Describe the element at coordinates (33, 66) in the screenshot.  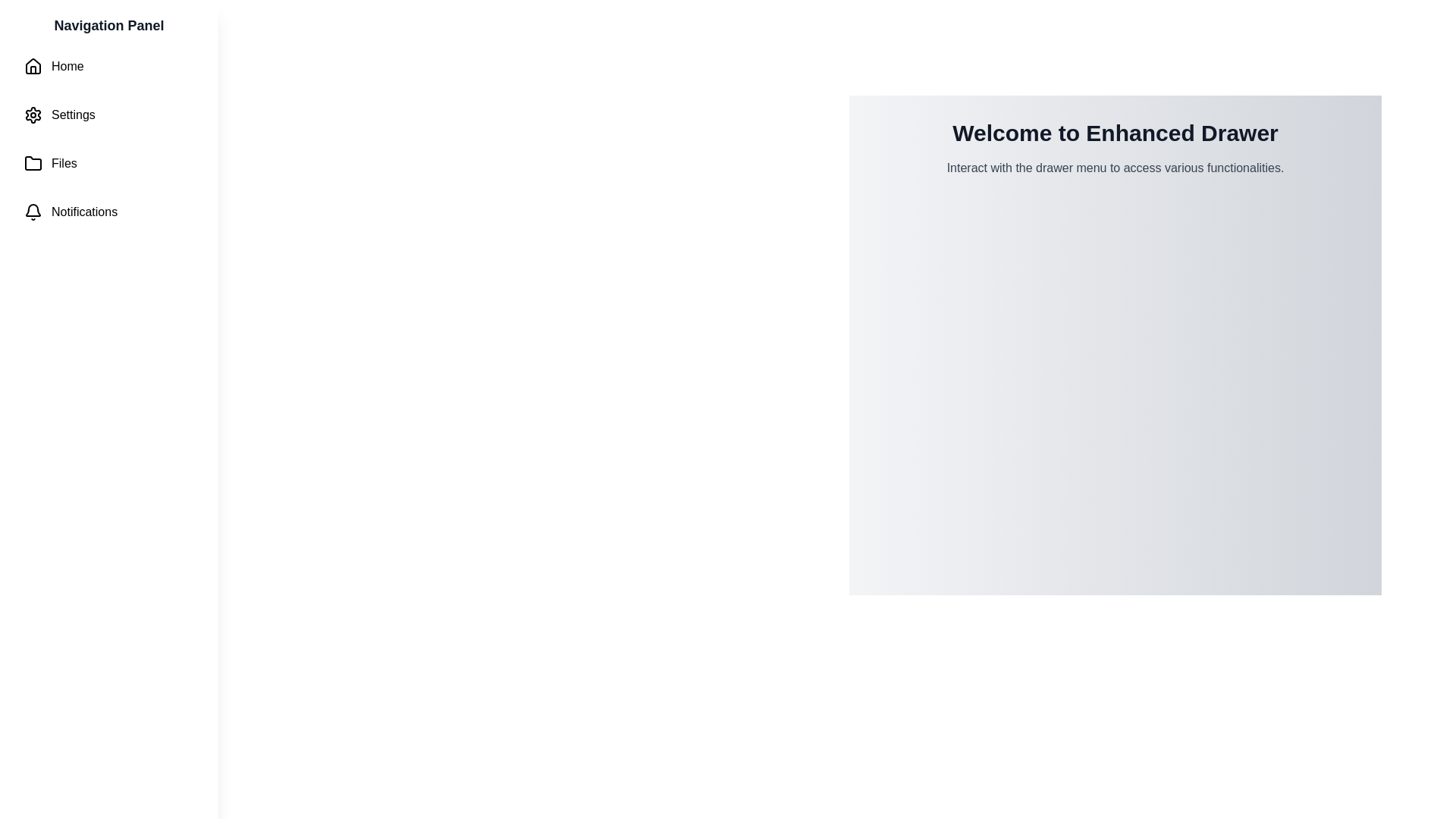
I see `the house icon located to the left of the 'Home' text label in the vertical navigation list` at that location.